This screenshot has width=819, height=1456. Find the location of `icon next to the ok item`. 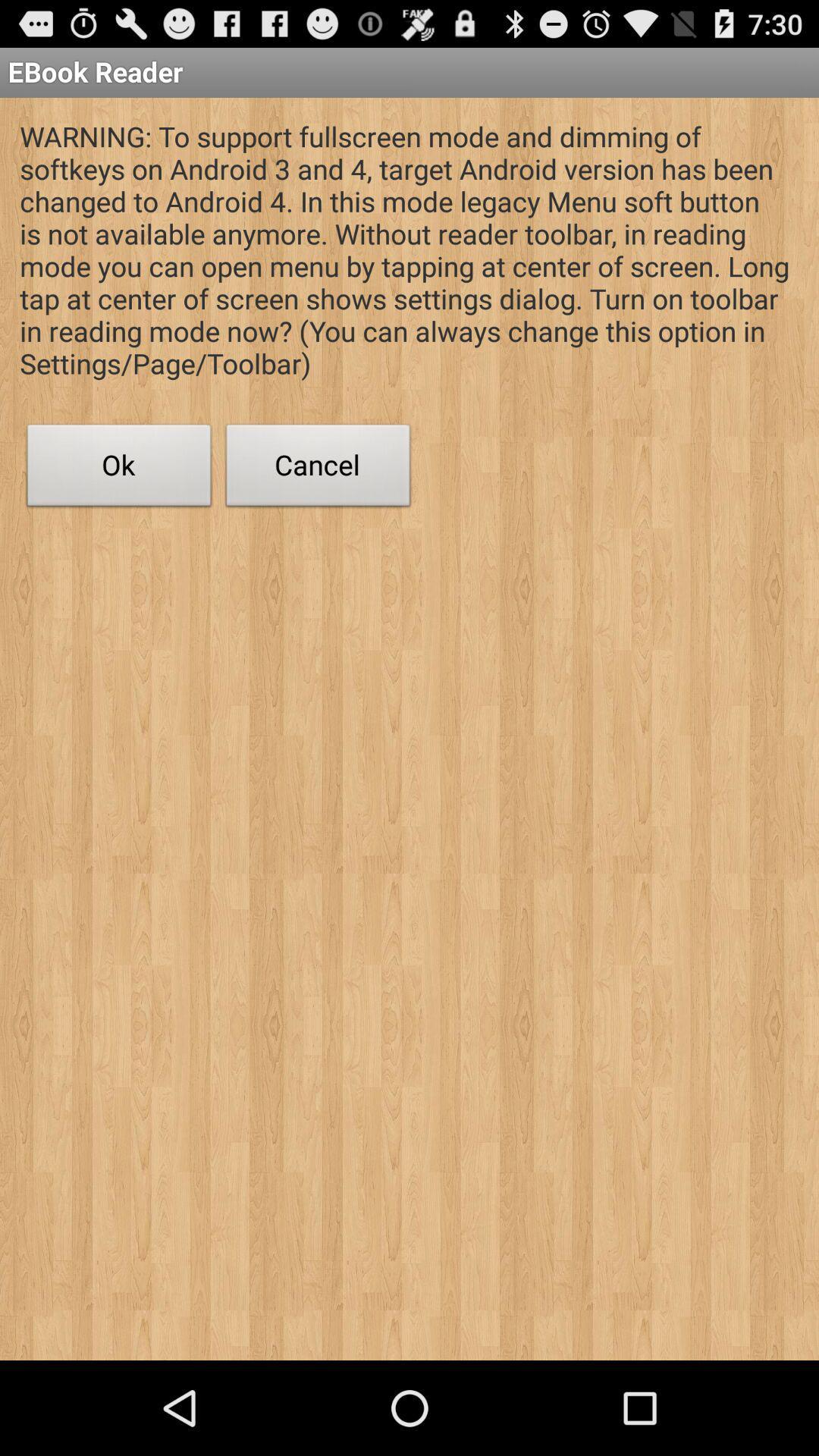

icon next to the ok item is located at coordinates (318, 469).